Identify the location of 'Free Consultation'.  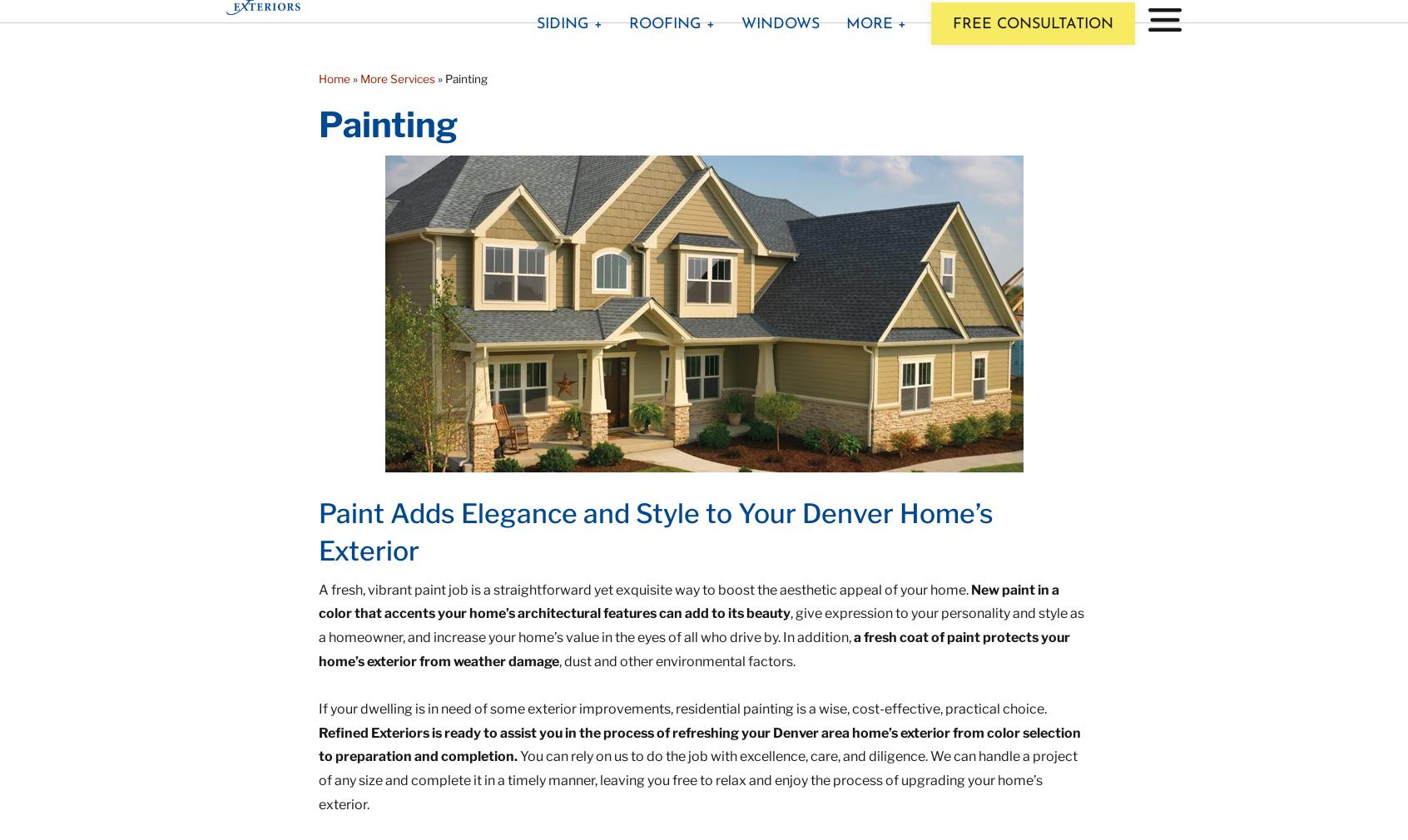
(1033, 55).